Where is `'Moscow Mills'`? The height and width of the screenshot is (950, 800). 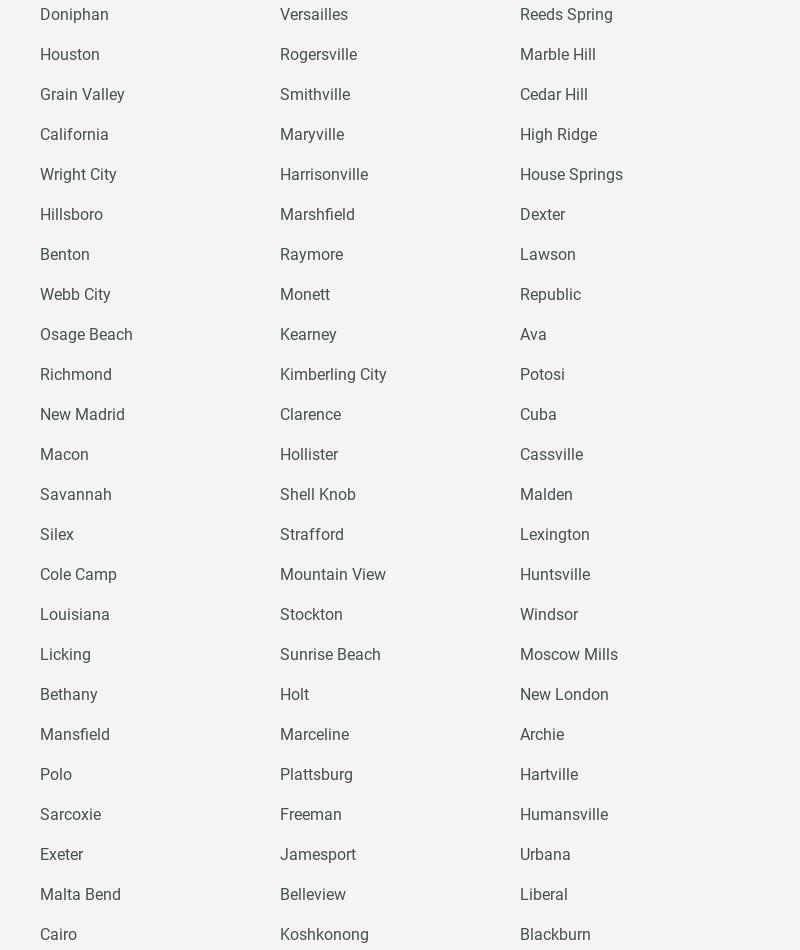 'Moscow Mills' is located at coordinates (567, 654).